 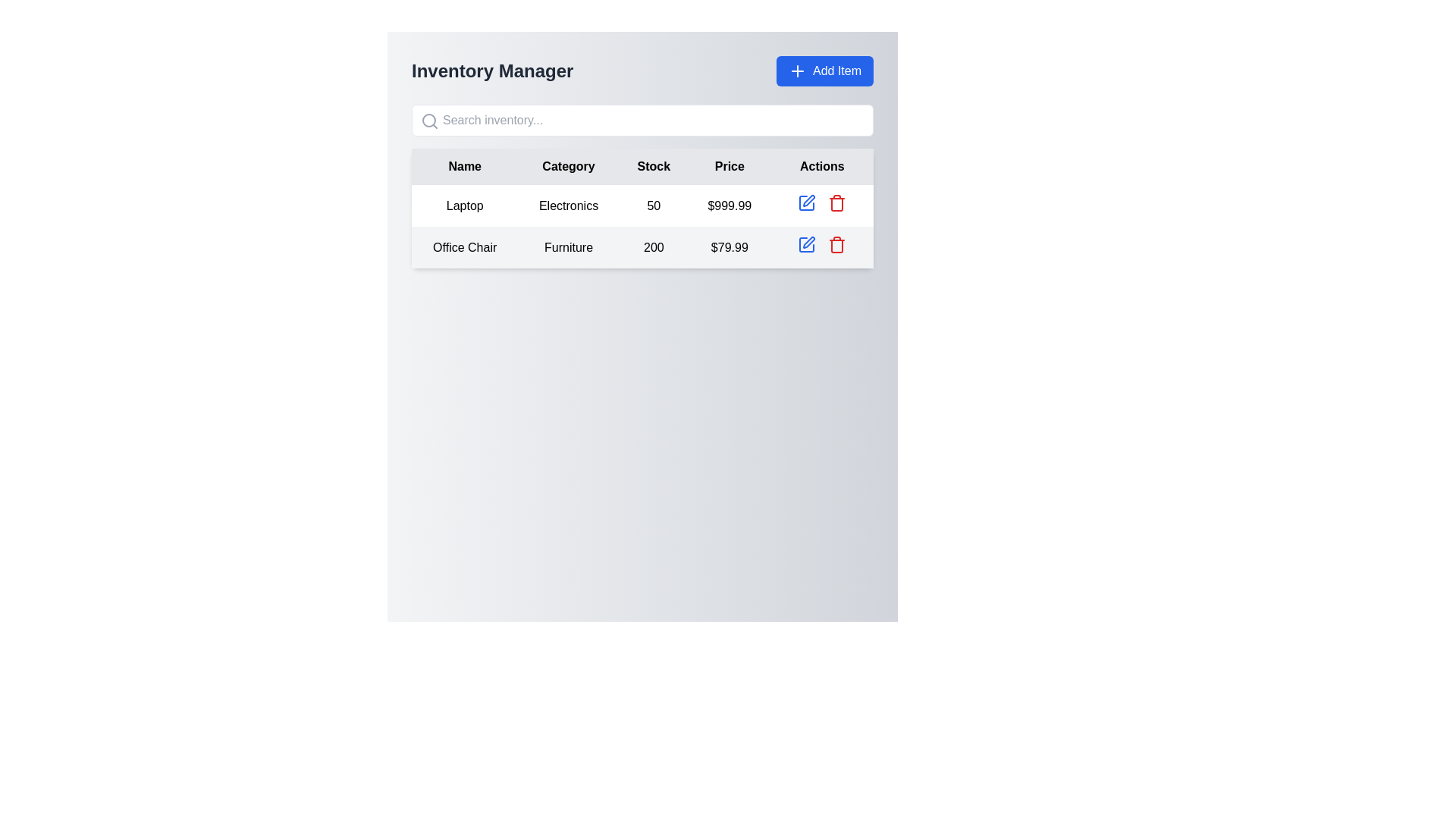 What do you see at coordinates (824, 71) in the screenshot?
I see `the blue rounded rectangular button labeled 'Add Item' located on the right side of the header section` at bounding box center [824, 71].